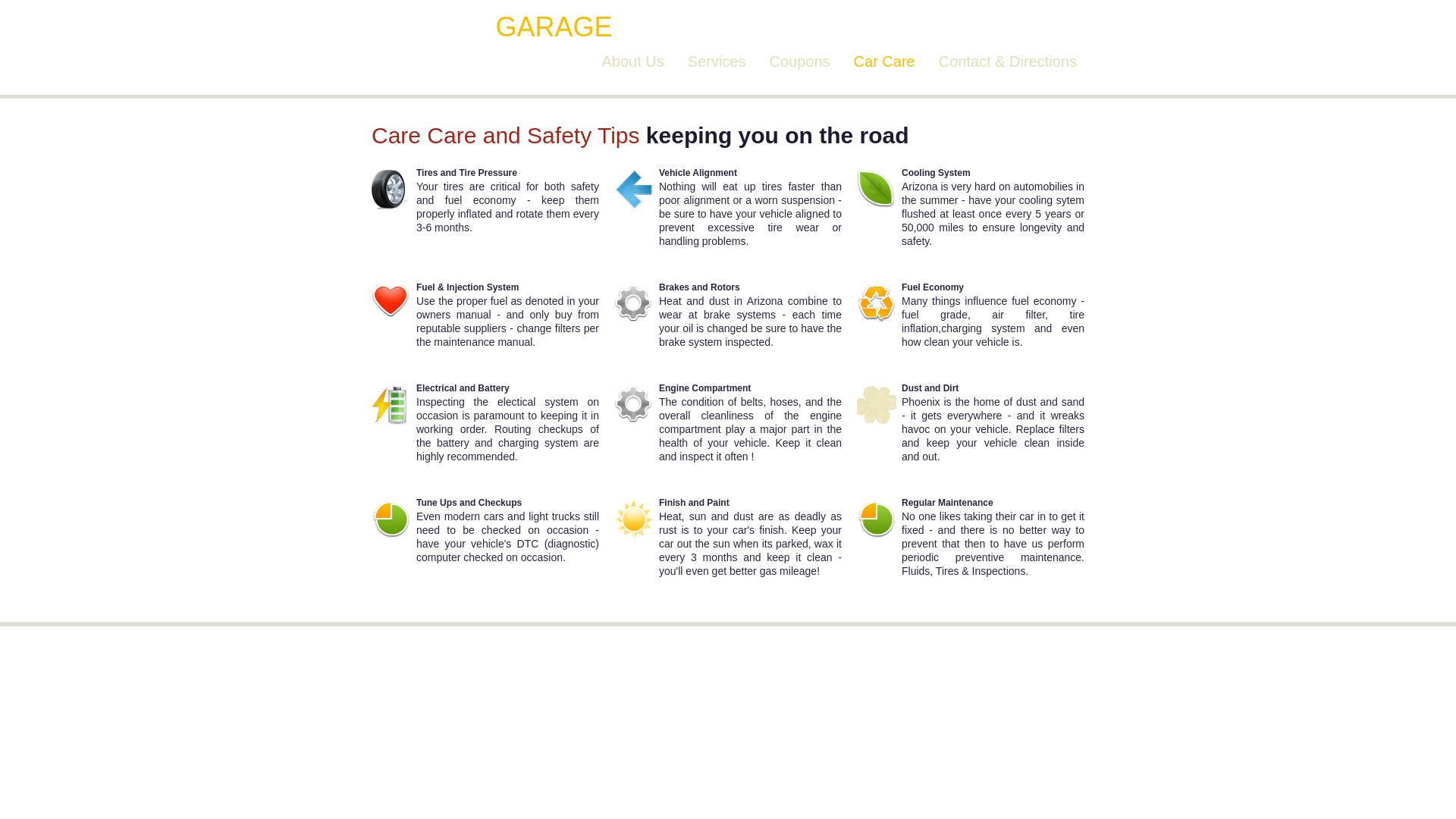  Describe the element at coordinates (687, 61) in the screenshot. I see `'Services'` at that location.